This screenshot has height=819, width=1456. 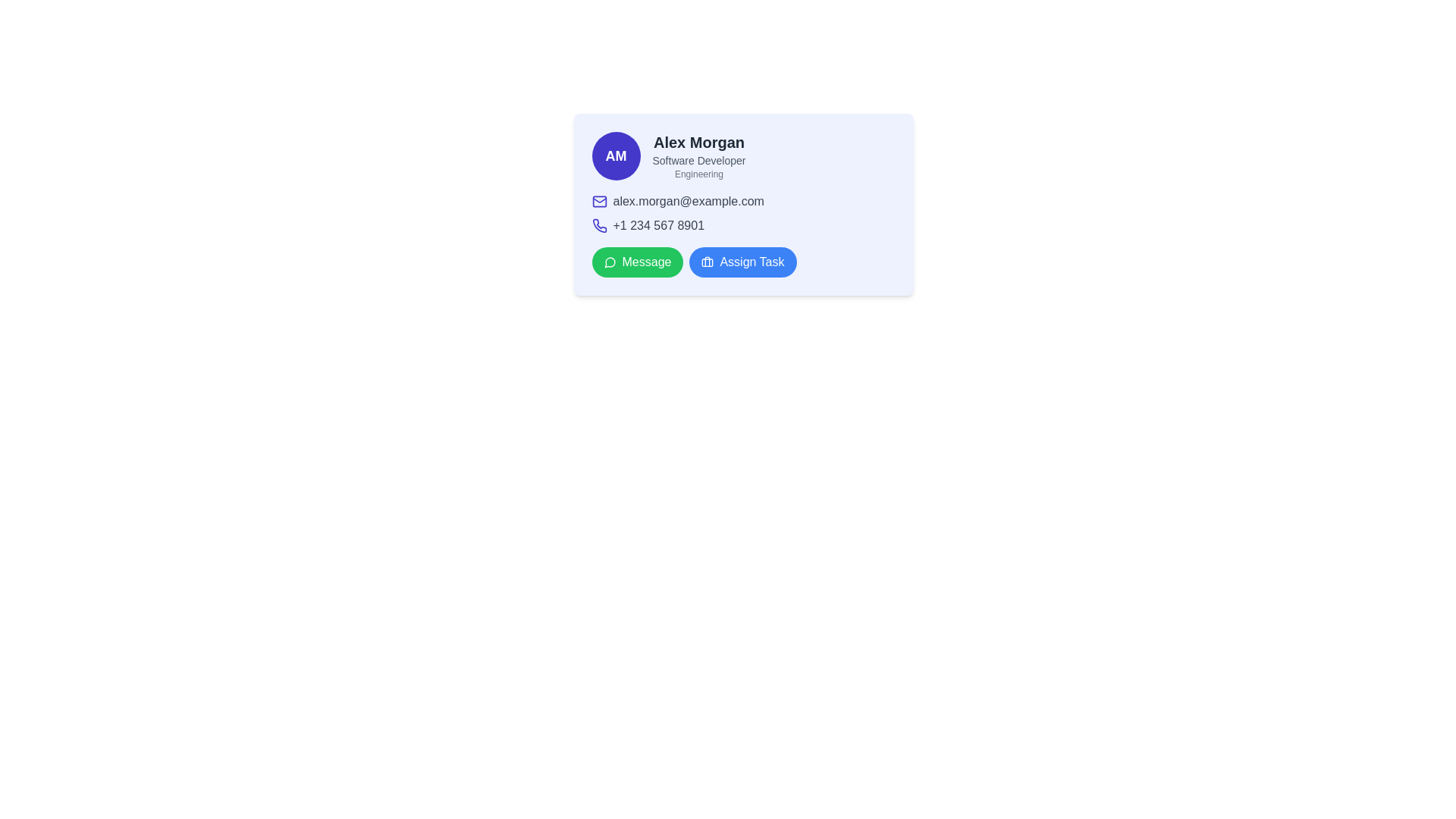 What do you see at coordinates (610, 262) in the screenshot?
I see `the 'Message' button which contains the messaging icon, located at the bottom of the user profile card` at bounding box center [610, 262].